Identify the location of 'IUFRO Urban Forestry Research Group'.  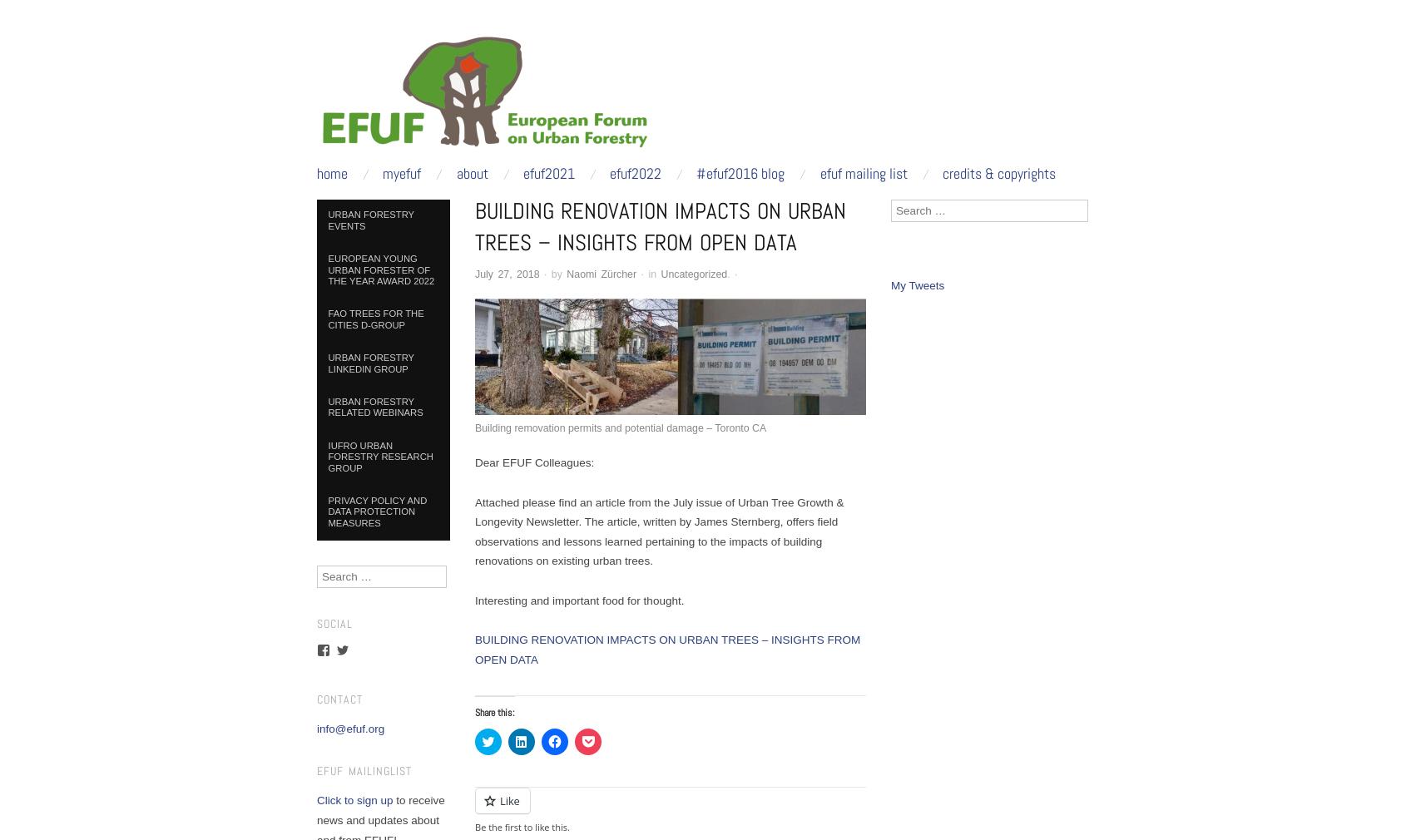
(379, 455).